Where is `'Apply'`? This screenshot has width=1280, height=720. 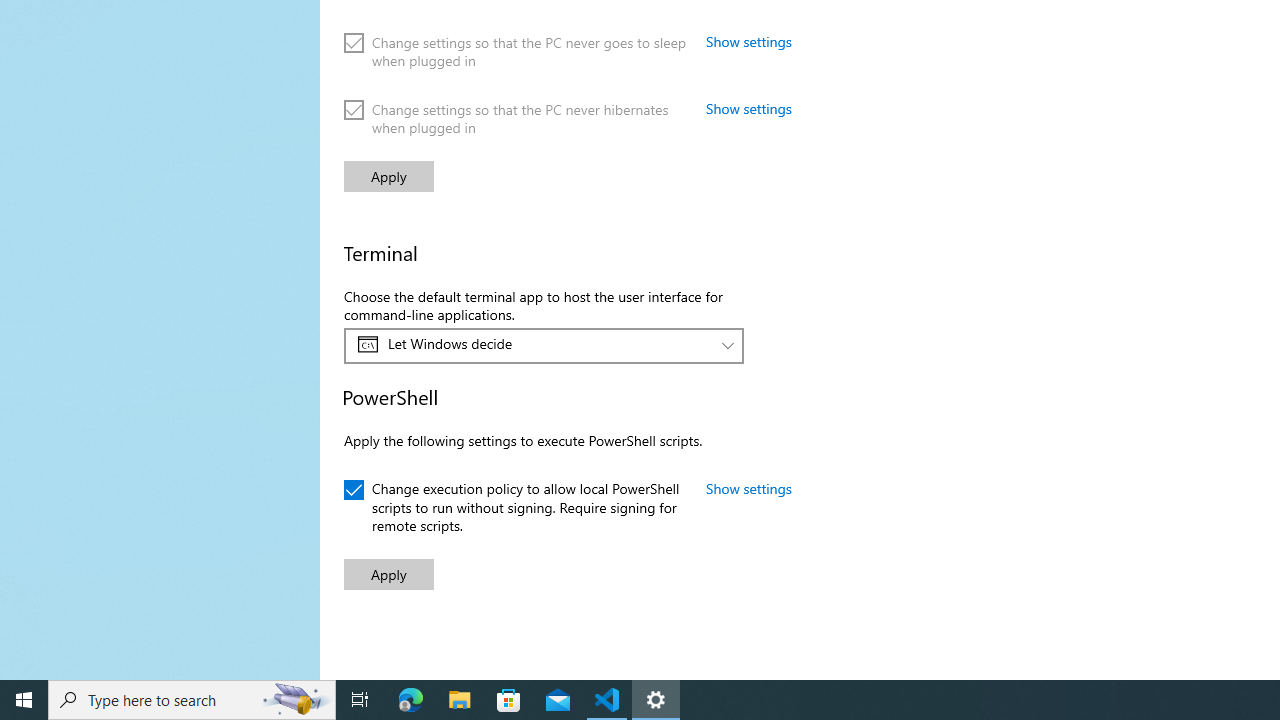 'Apply' is located at coordinates (389, 574).